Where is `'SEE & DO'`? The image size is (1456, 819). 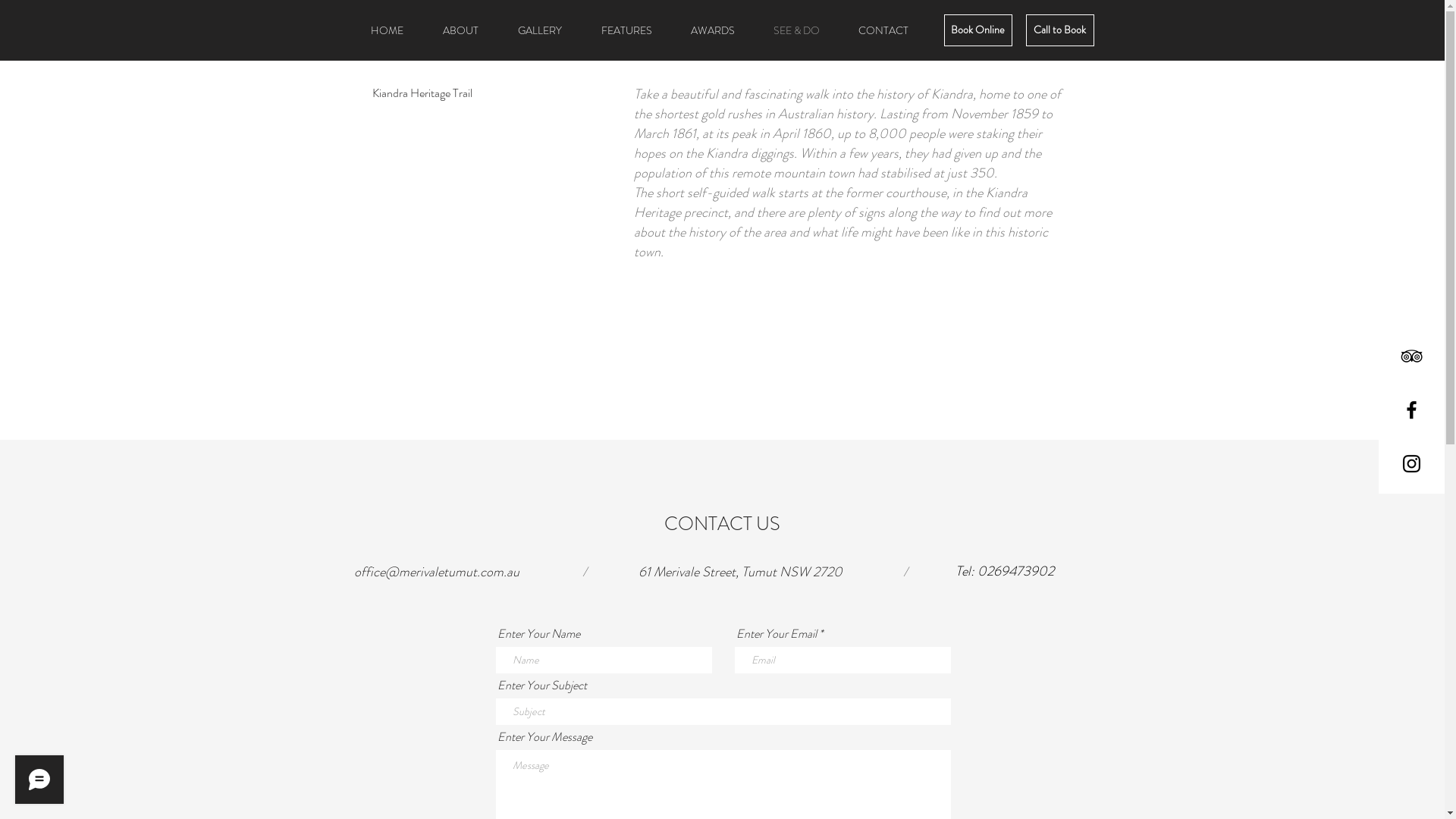
'SEE & DO' is located at coordinates (753, 30).